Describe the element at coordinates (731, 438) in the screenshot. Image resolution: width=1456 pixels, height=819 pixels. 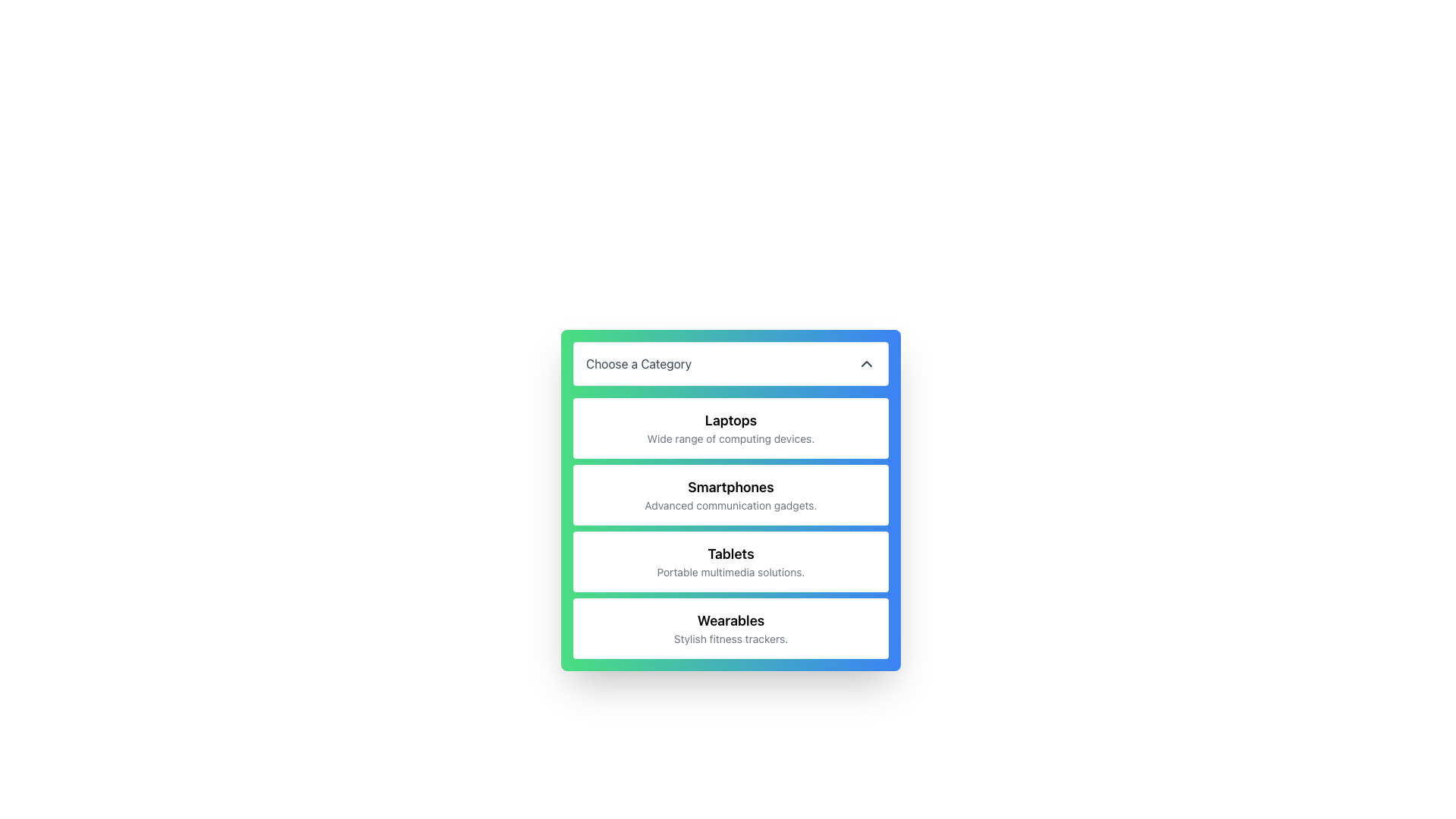
I see `text 'Wide range of computing devices.' located below the heading 'Laptops' within a white card` at that location.